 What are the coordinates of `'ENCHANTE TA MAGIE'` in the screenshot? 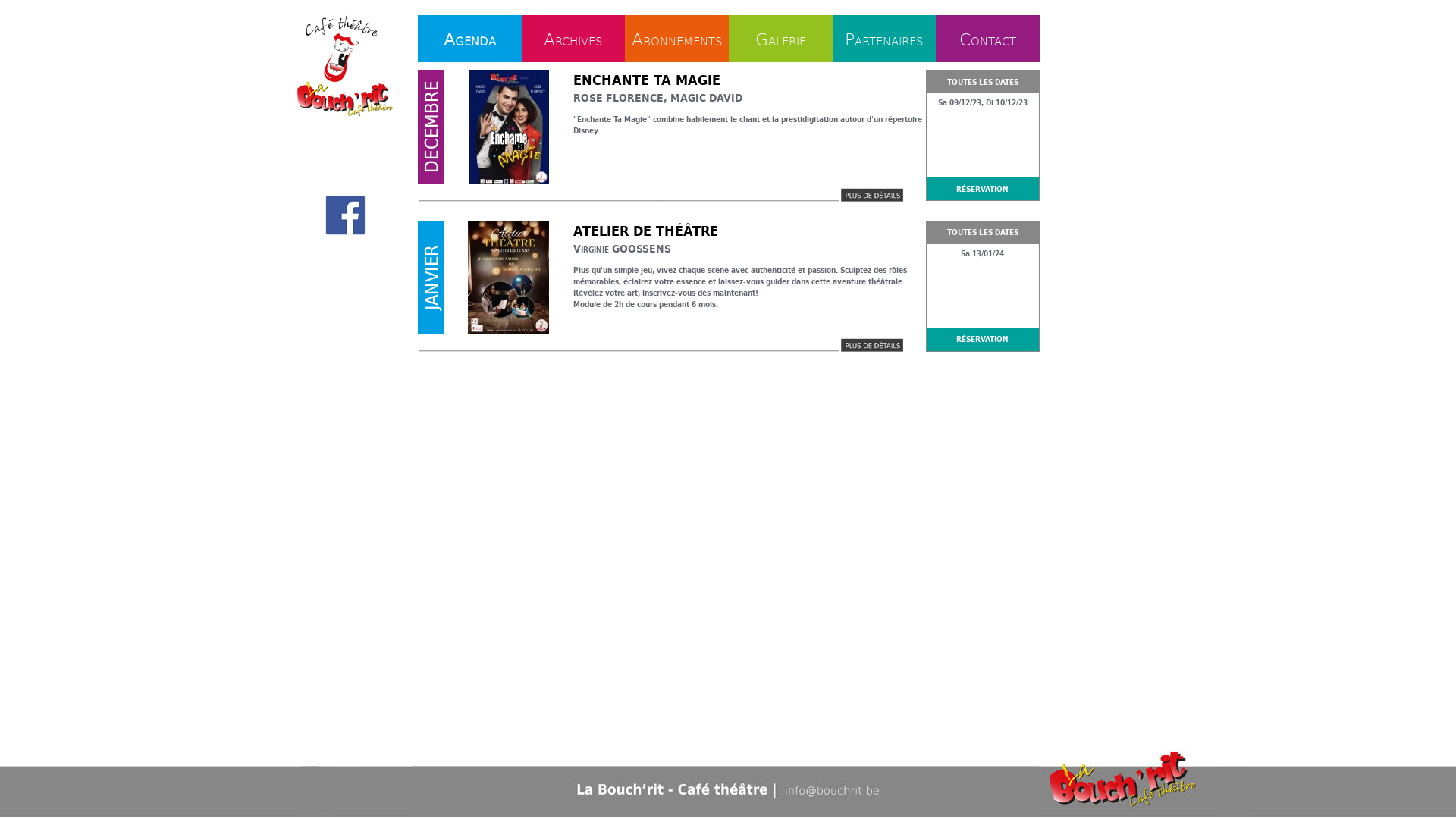 It's located at (647, 80).